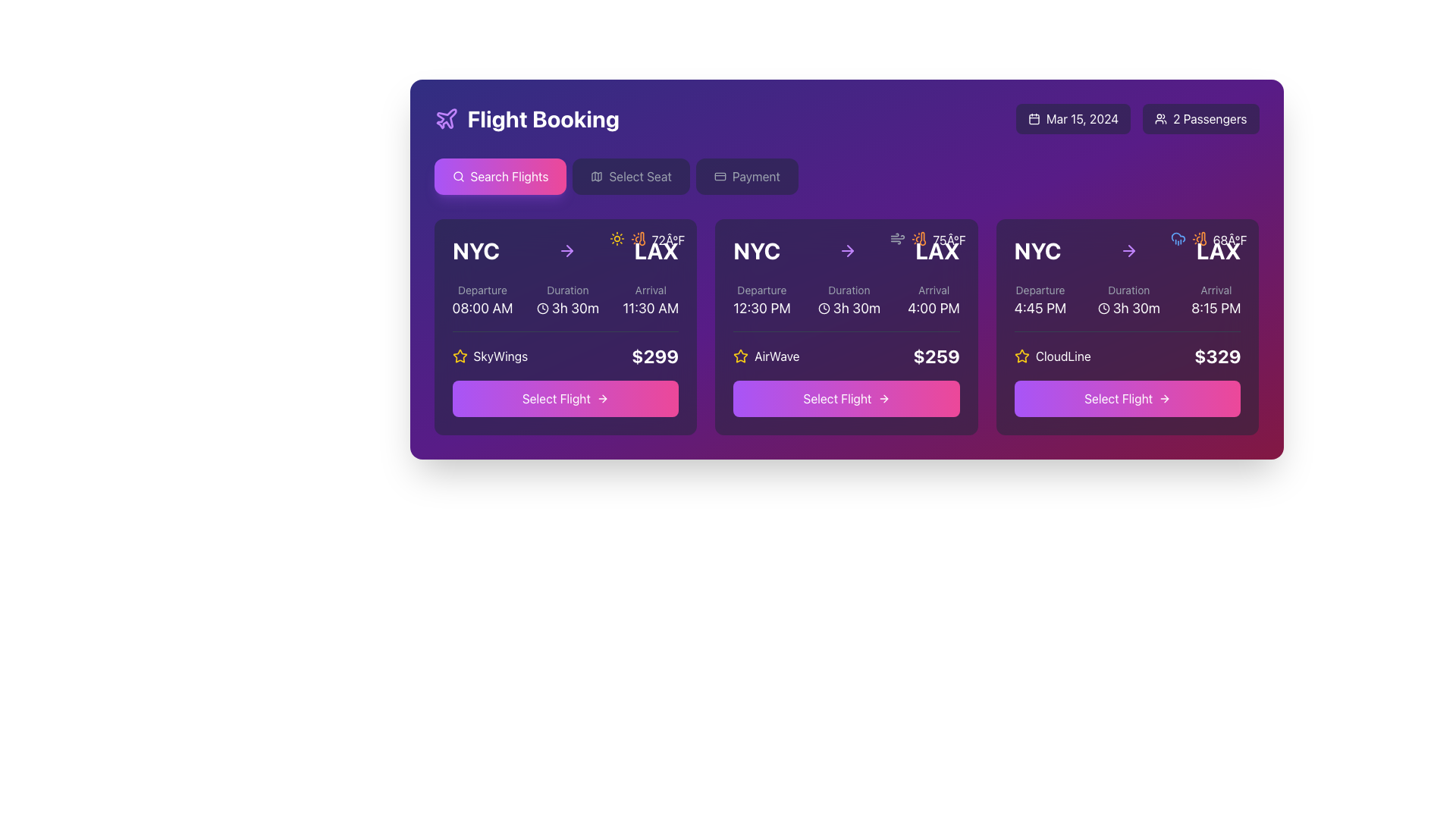  Describe the element at coordinates (1128, 308) in the screenshot. I see `the text label displaying '3h 30m' with a clock icon in the 'Duration' section of the third flight card` at that location.